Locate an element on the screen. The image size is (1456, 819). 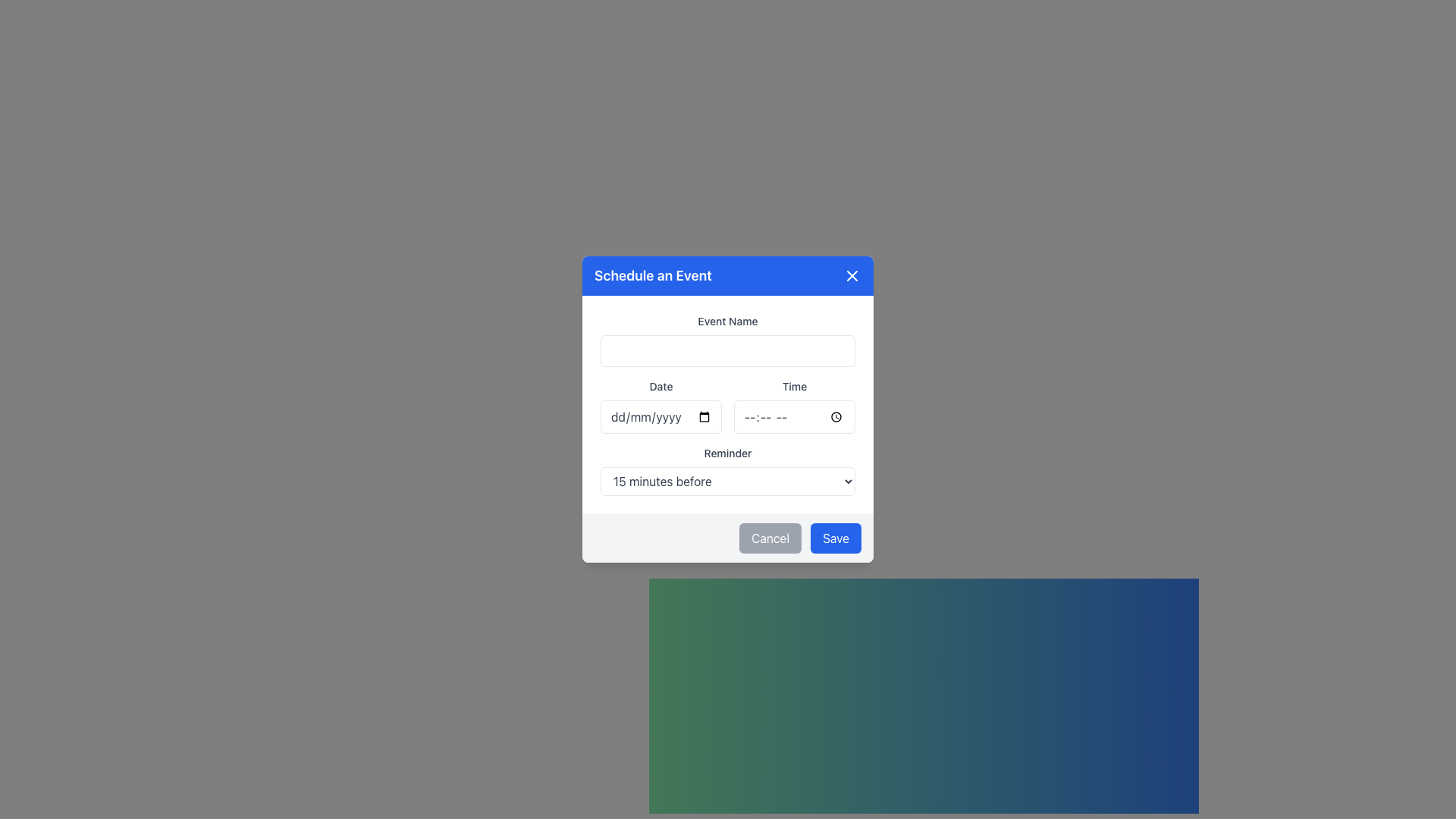
the text label that describes the date input field in the 'Schedule an Event' modal is located at coordinates (661, 385).